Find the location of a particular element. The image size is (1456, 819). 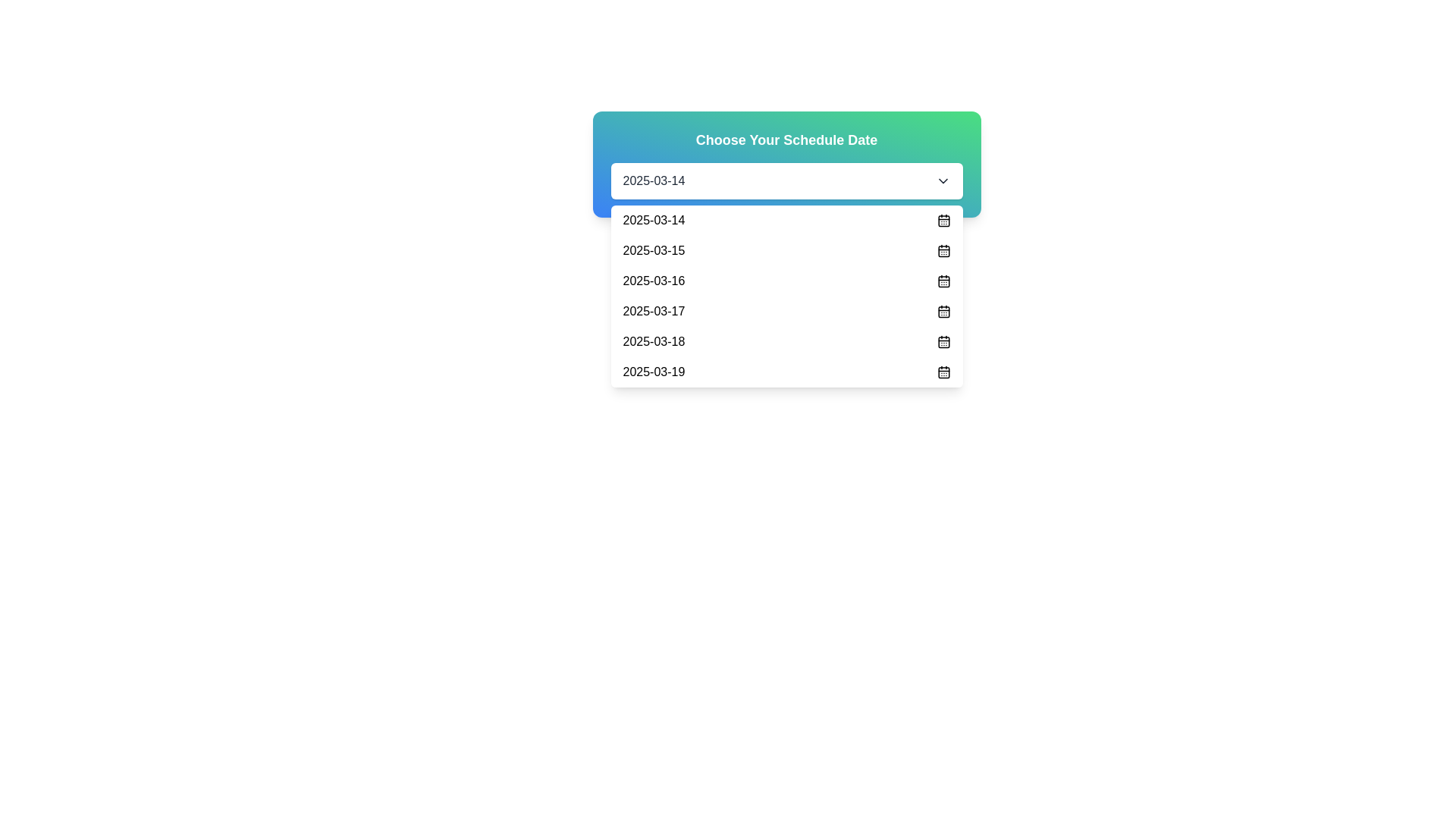

the dropdown menu labeled 'Choose Your Schedule Date' which features a gradient background and a white dropdown box showing '2025-03-14' is located at coordinates (786, 164).